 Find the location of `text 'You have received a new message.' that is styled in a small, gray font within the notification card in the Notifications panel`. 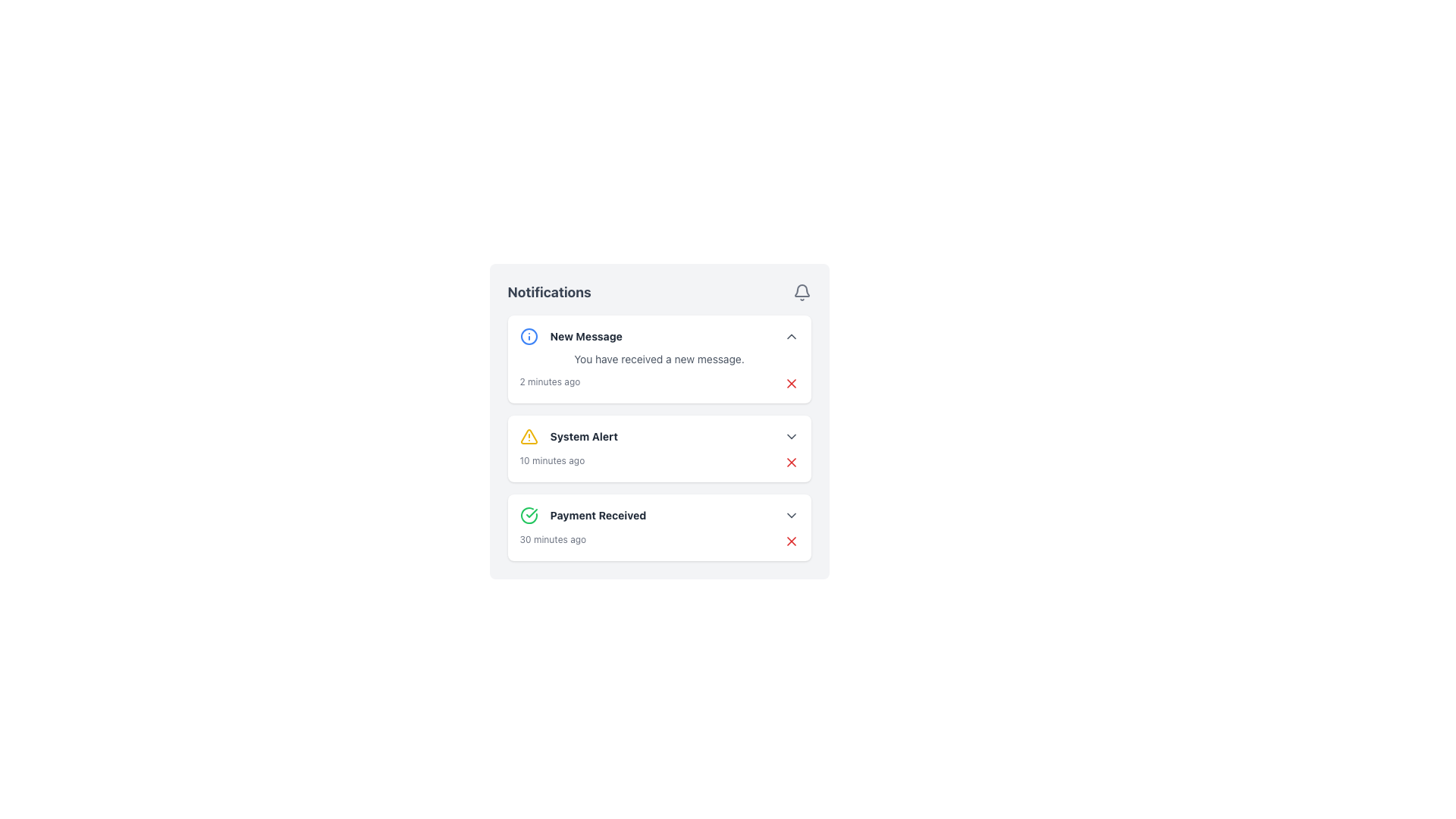

text 'You have received a new message.' that is styled in a small, gray font within the notification card in the Notifications panel is located at coordinates (659, 359).